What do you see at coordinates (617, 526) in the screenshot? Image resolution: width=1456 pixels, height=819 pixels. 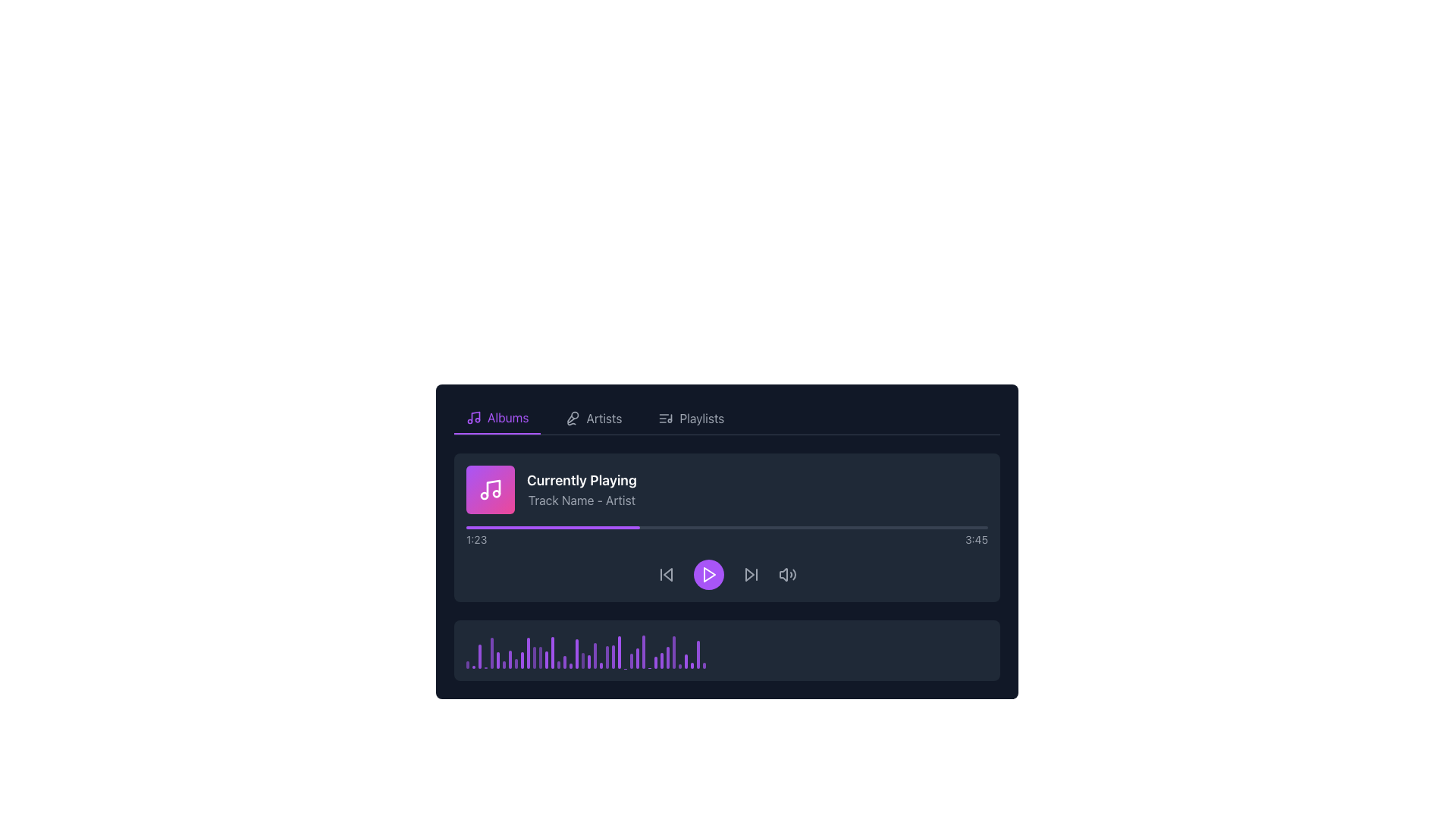 I see `playback progress` at bounding box center [617, 526].